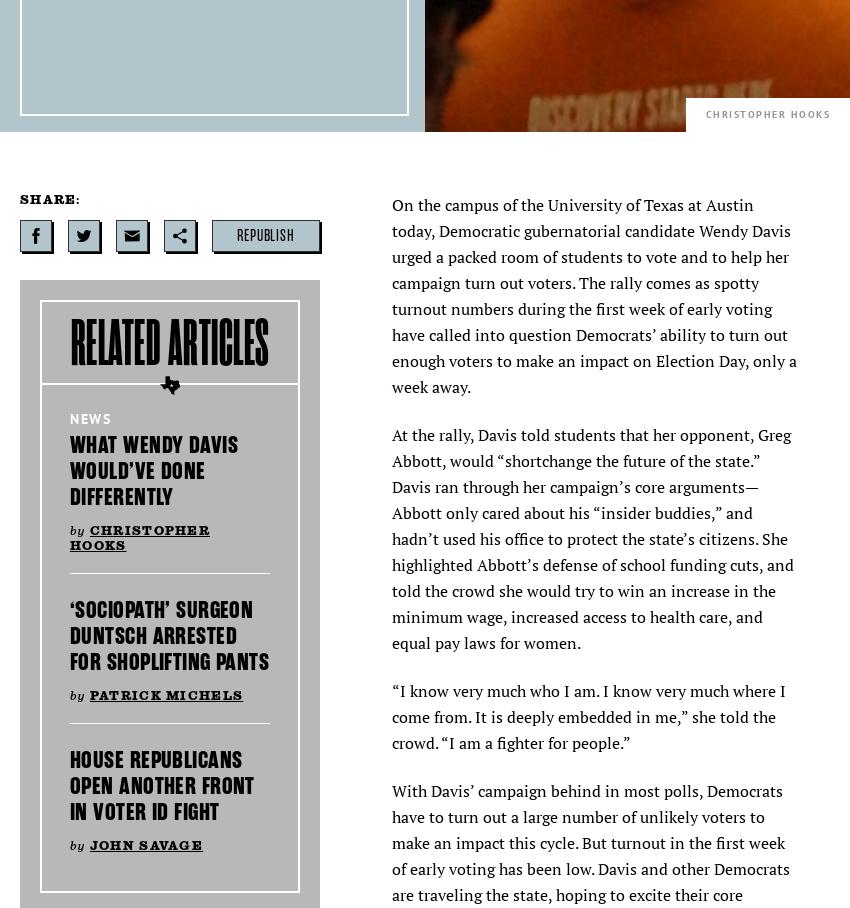 The width and height of the screenshot is (850, 908). Describe the element at coordinates (392, 715) in the screenshot. I see `'“I know very much who I am. I know very much where I come from. It is deeply embedded in me,” she told the crowd. “I am a fighter for people.”'` at that location.